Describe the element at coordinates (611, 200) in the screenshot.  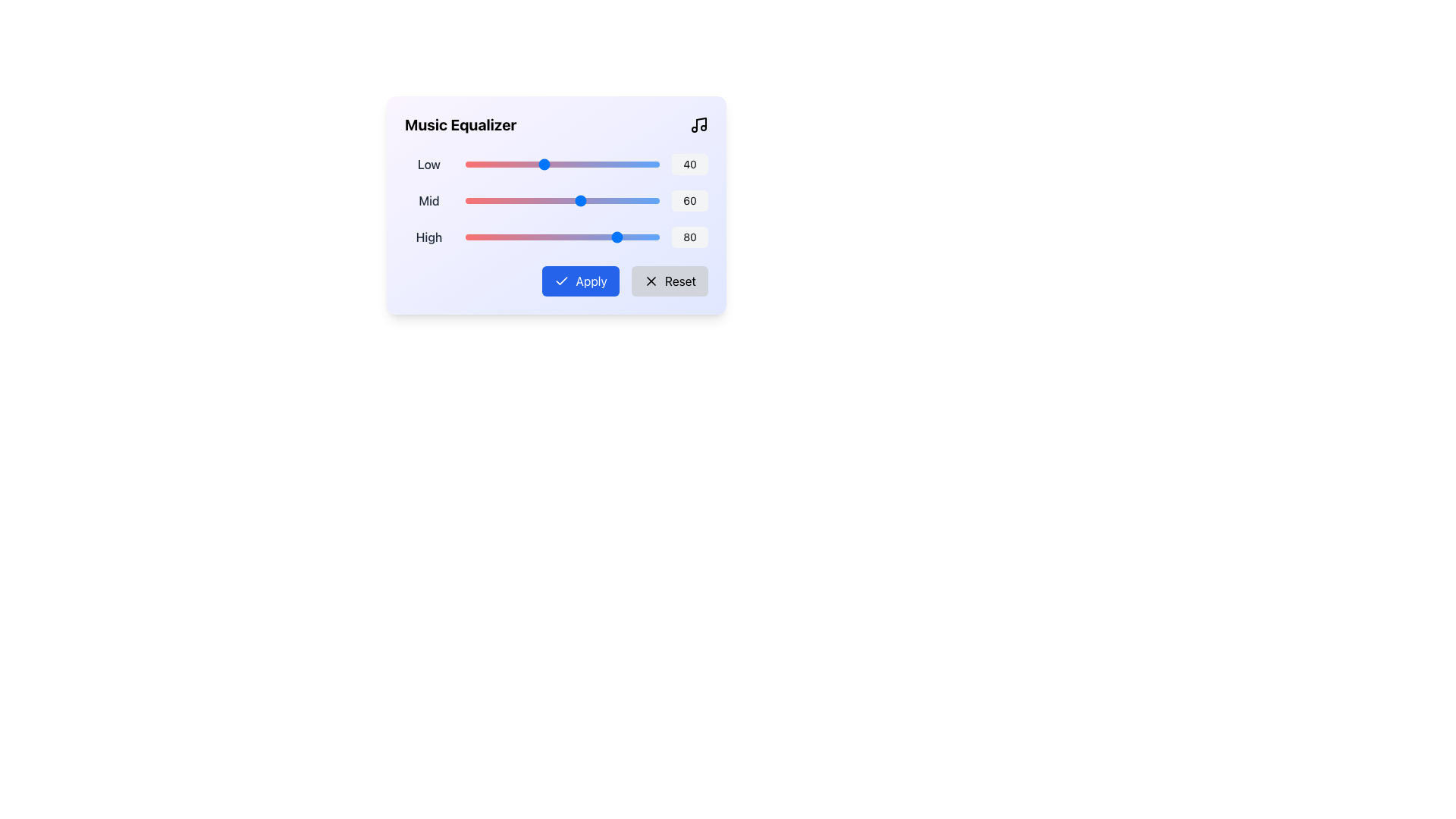
I see `the mid-range slider` at that location.